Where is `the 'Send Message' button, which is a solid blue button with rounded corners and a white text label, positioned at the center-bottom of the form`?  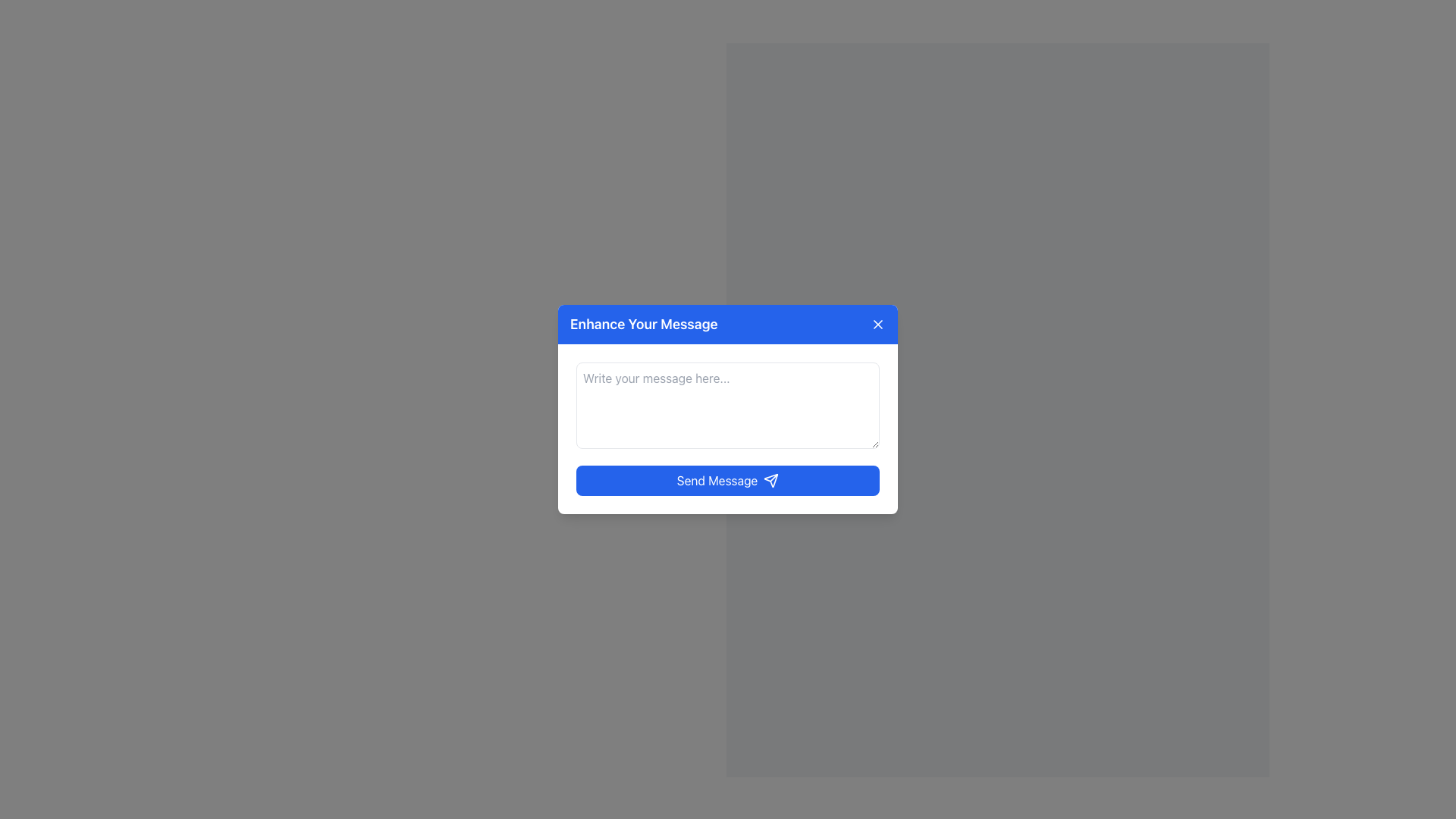
the 'Send Message' button, which is a solid blue button with rounded corners and a white text label, positioned at the center-bottom of the form is located at coordinates (728, 480).